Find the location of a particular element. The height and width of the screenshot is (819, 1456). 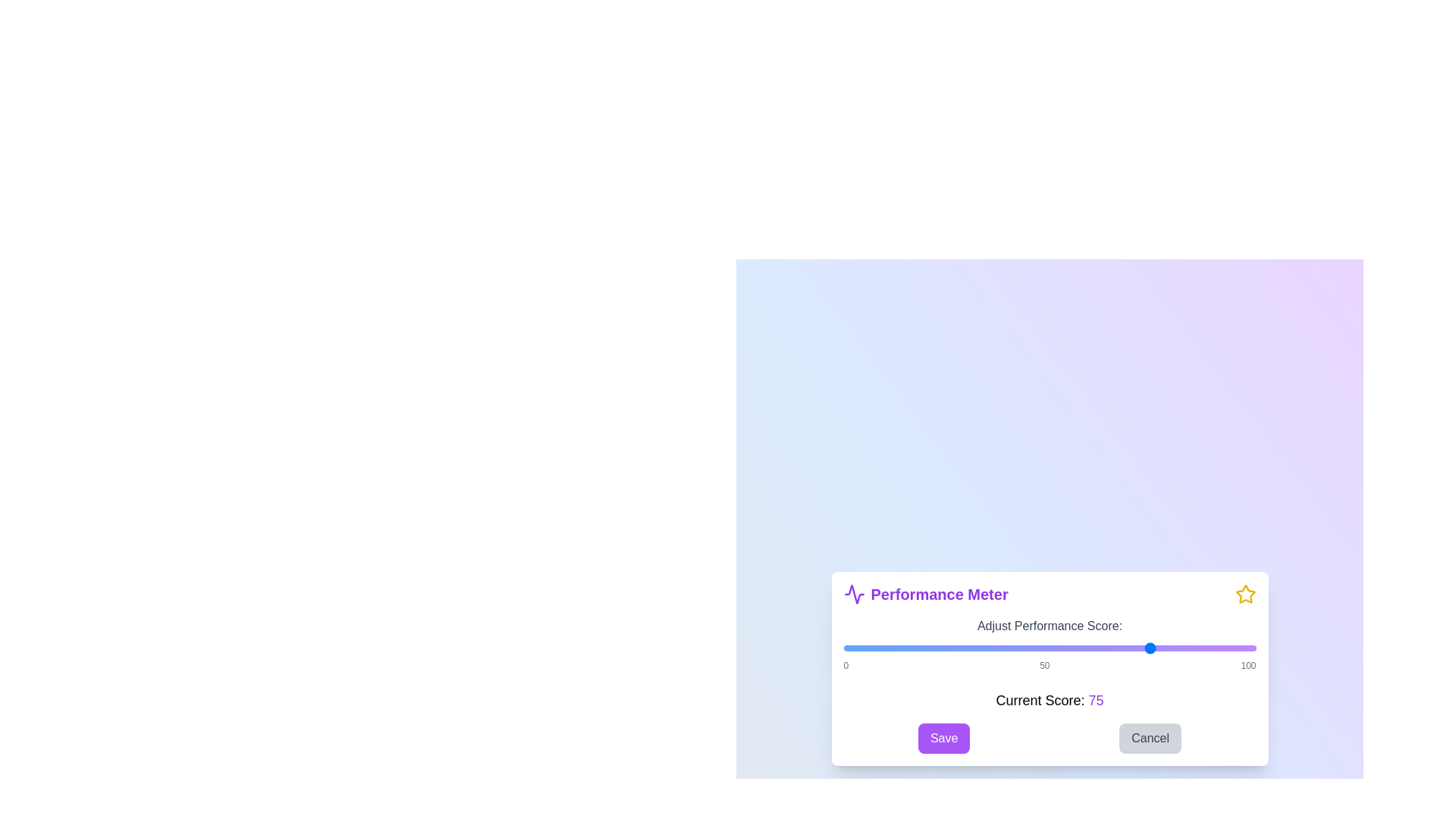

the performance score to 85 using the slider is located at coordinates (1193, 648).